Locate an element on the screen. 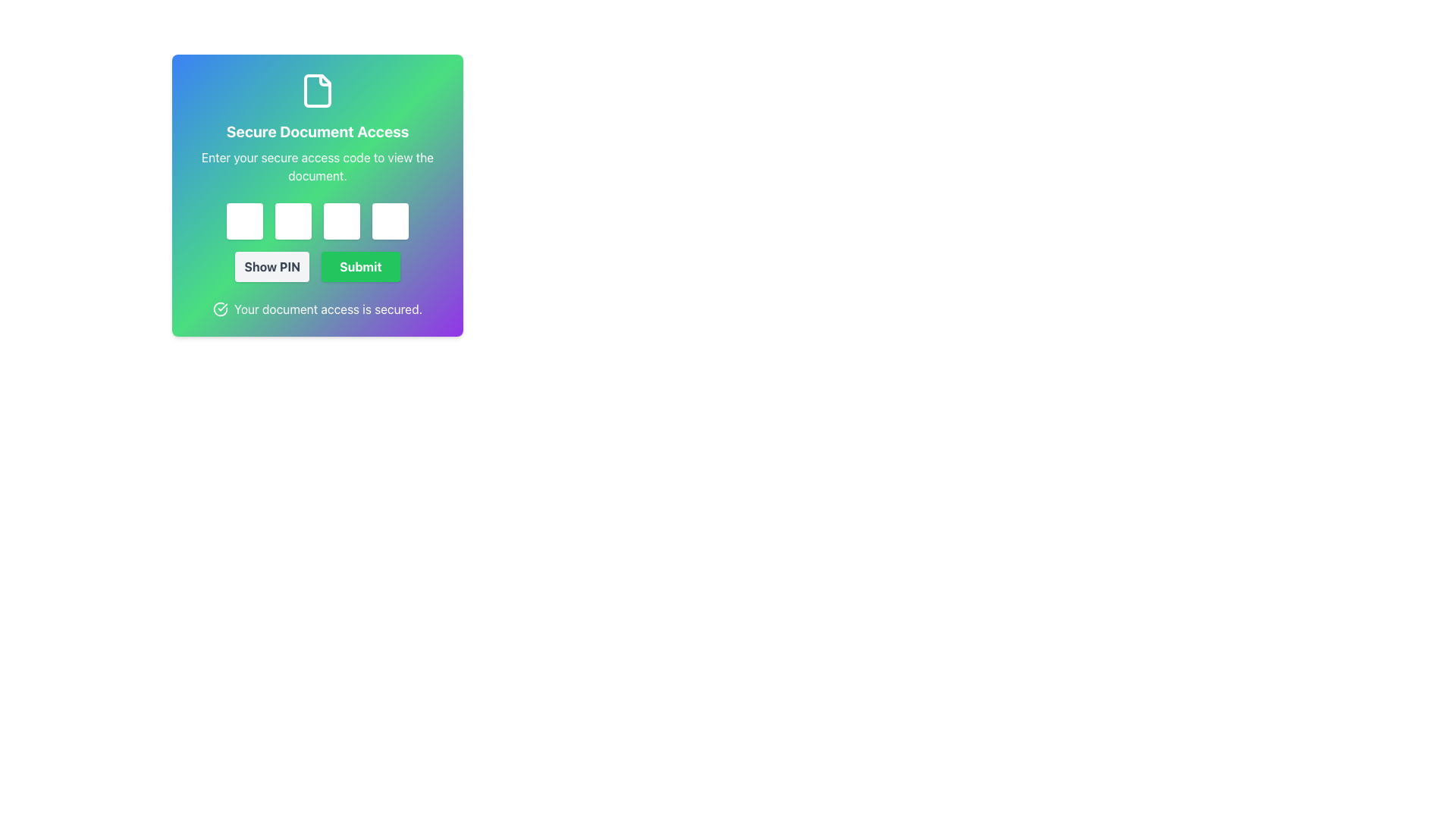 The width and height of the screenshot is (1456, 819). the checkmark icon within a circle, located to the left of the text 'Your document access is secured.' is located at coordinates (220, 309).